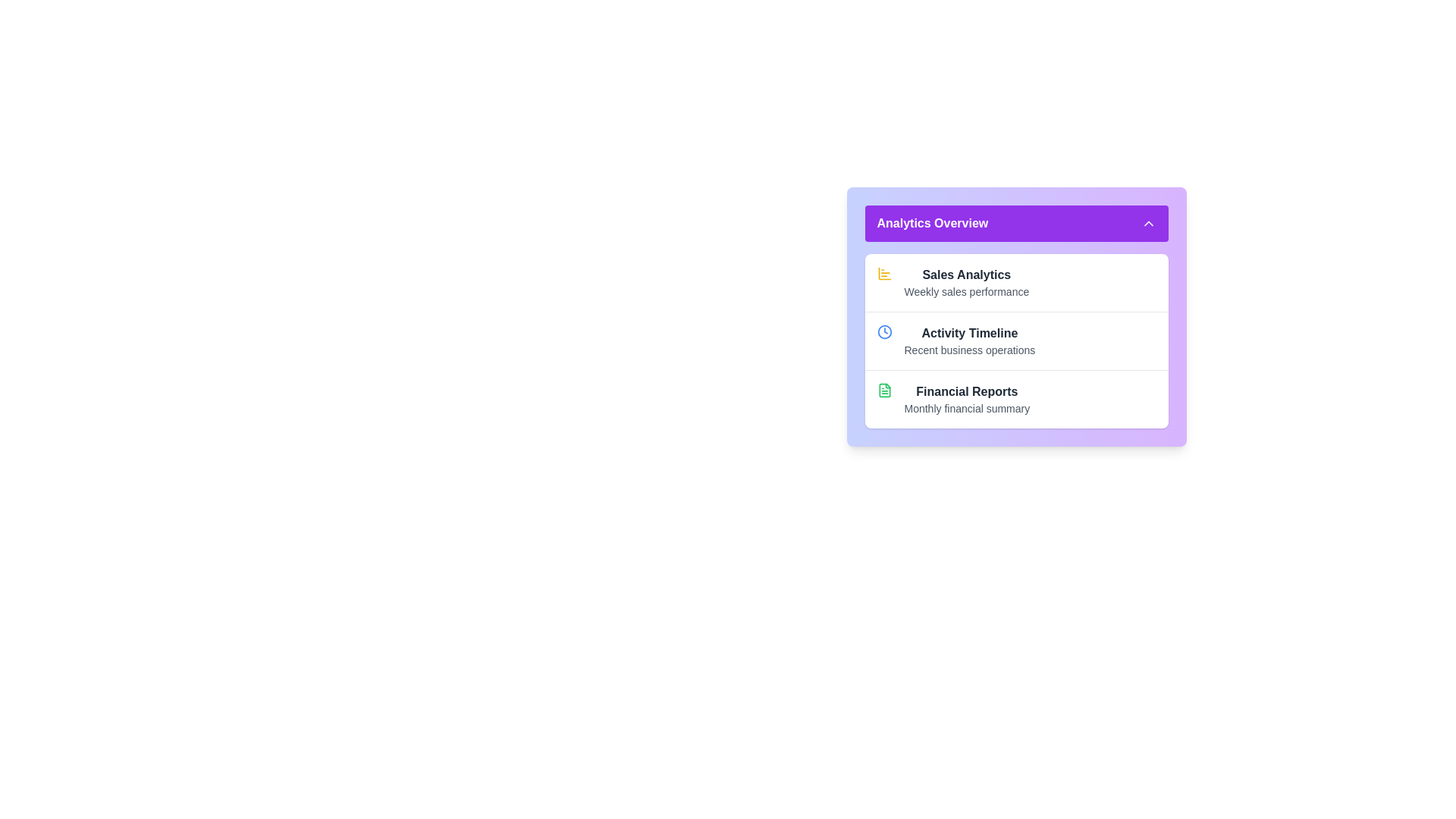 The height and width of the screenshot is (819, 1456). What do you see at coordinates (1016, 223) in the screenshot?
I see `the 'Analytics Overview' button with a vibrant purple background` at bounding box center [1016, 223].